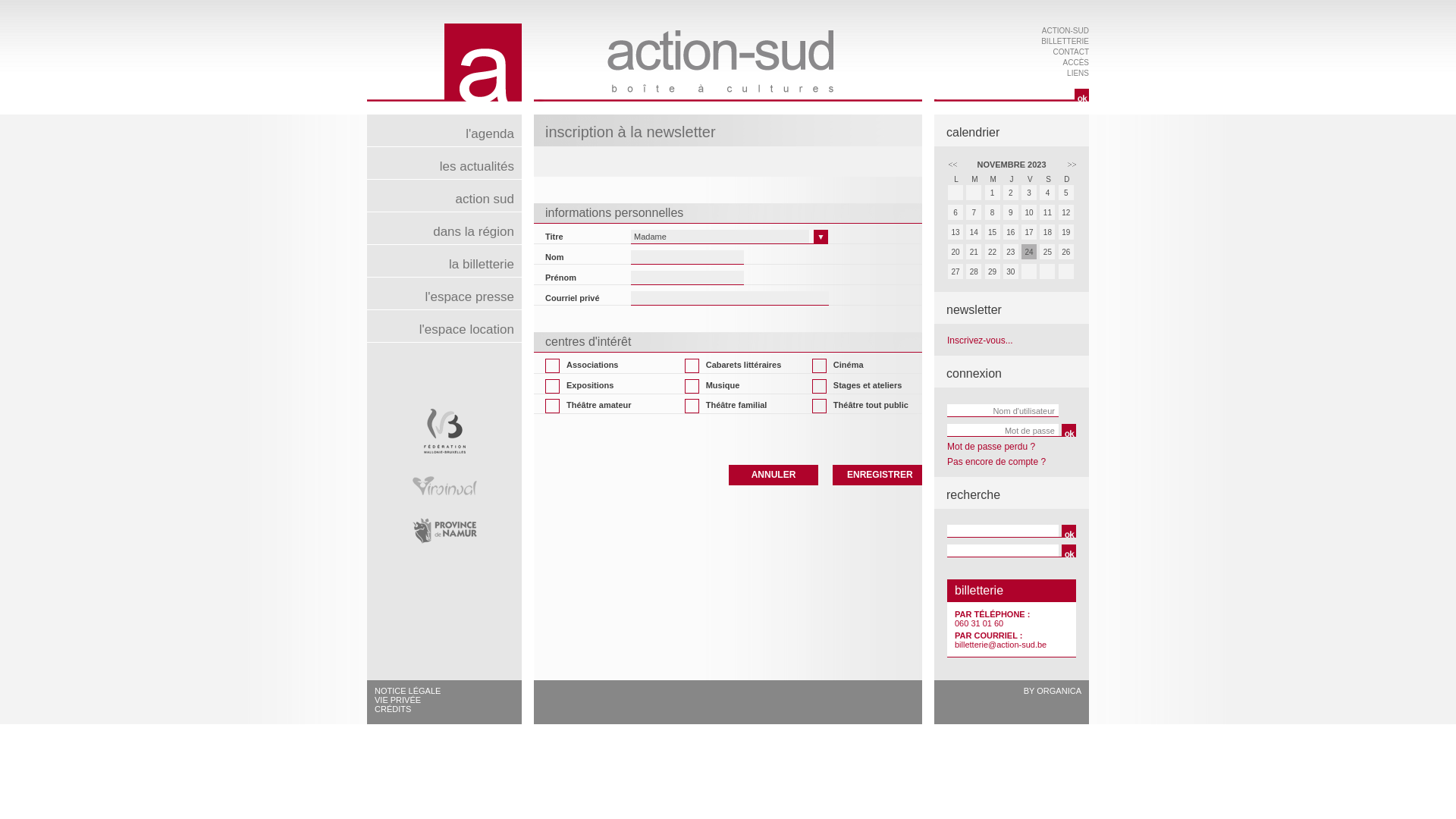  What do you see at coordinates (1011, 164) in the screenshot?
I see `'NOVEMBRE 2023'` at bounding box center [1011, 164].